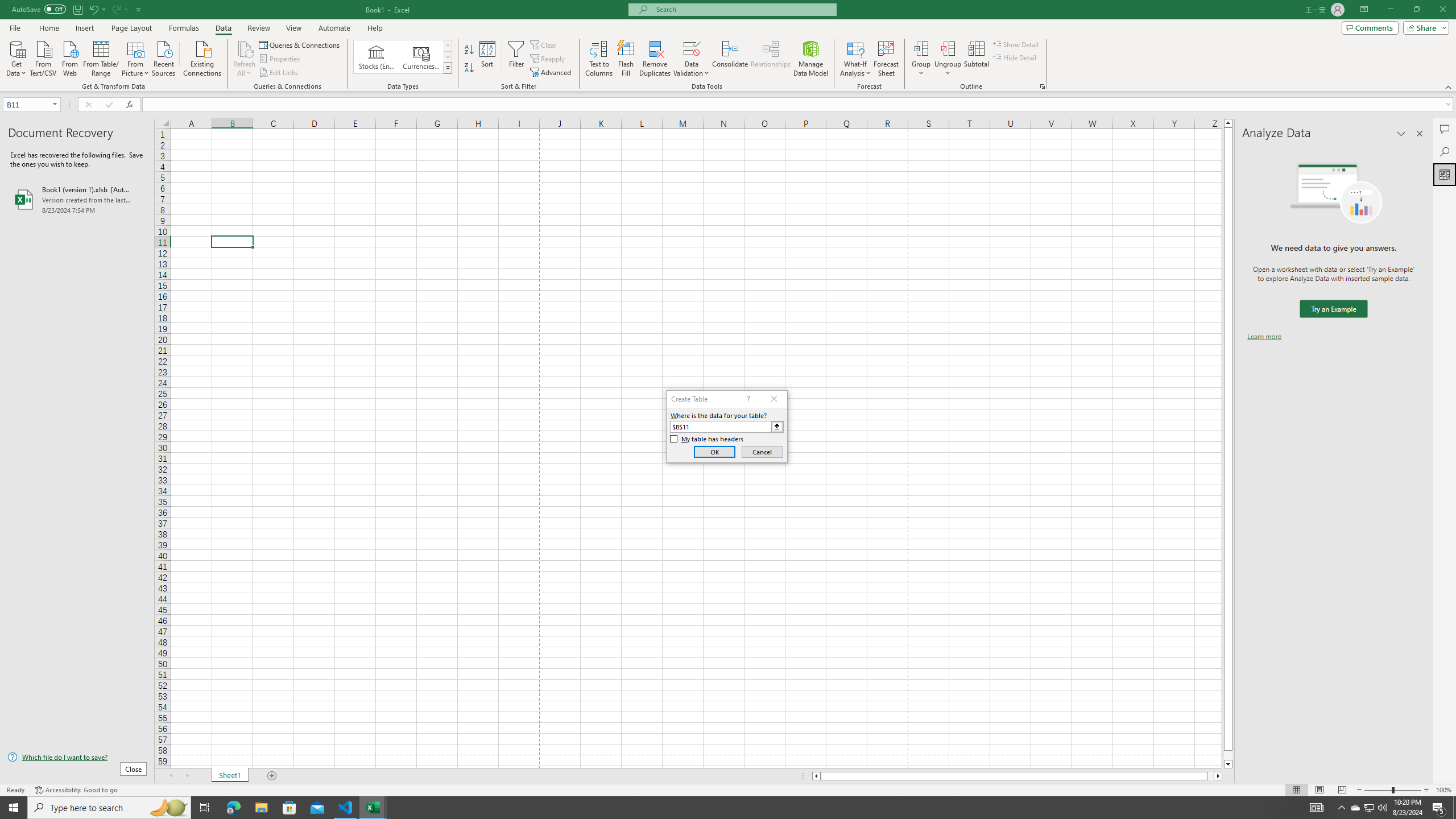  What do you see at coordinates (1228, 764) in the screenshot?
I see `'Line down'` at bounding box center [1228, 764].